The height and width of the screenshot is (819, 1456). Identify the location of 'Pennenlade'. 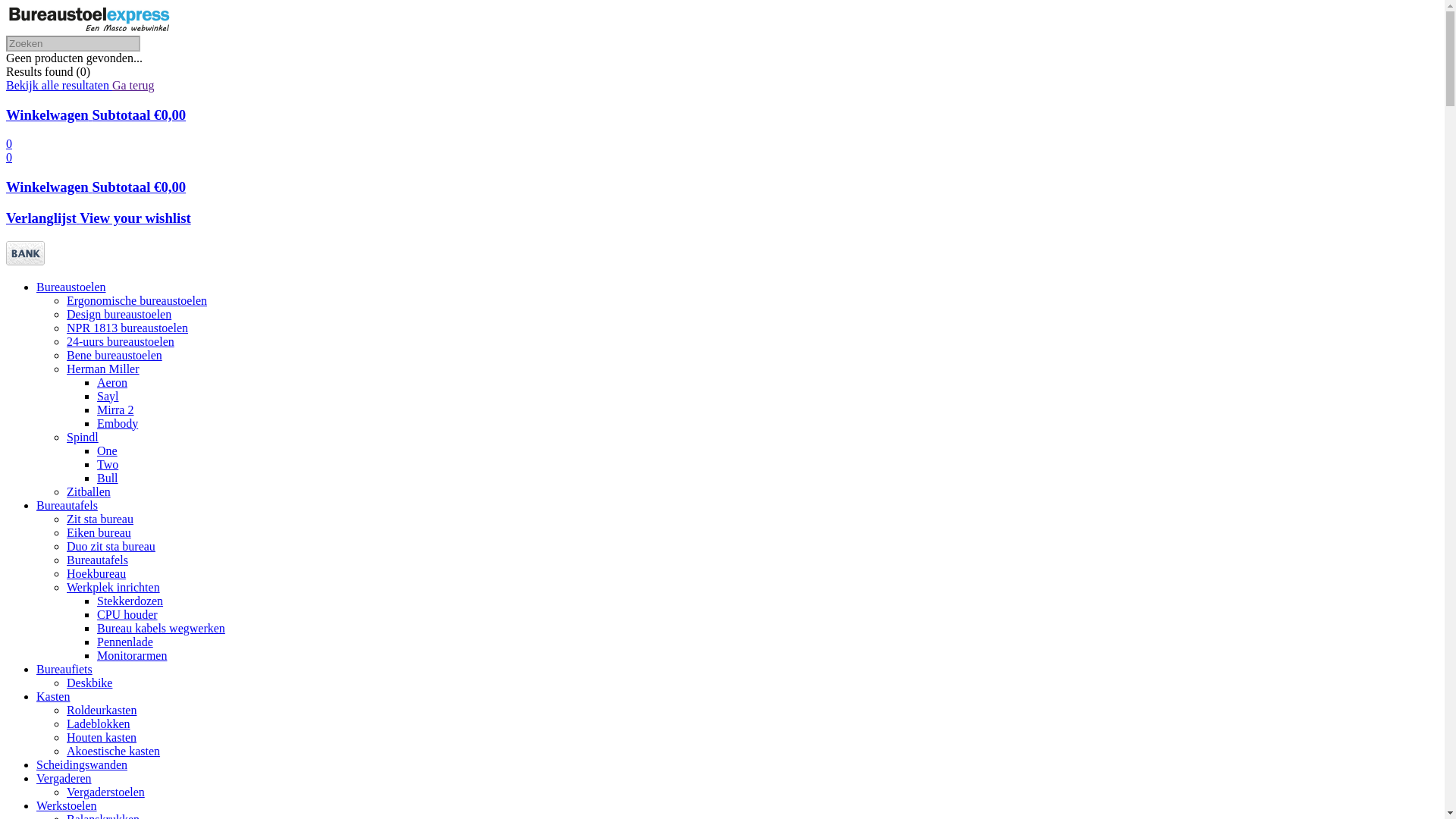
(124, 642).